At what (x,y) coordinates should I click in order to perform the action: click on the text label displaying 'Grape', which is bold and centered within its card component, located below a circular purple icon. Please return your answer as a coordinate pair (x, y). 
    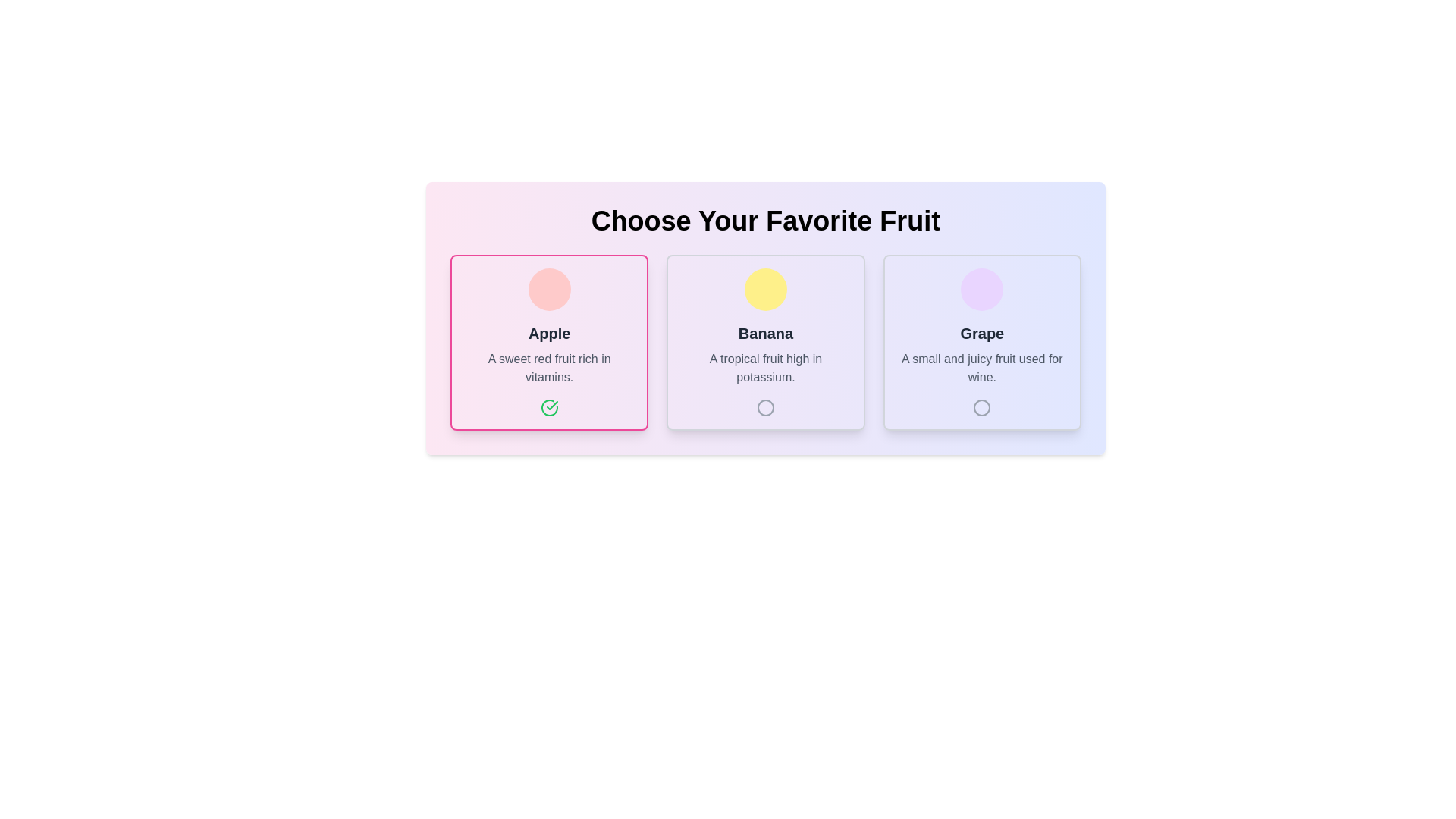
    Looking at the image, I should click on (982, 332).